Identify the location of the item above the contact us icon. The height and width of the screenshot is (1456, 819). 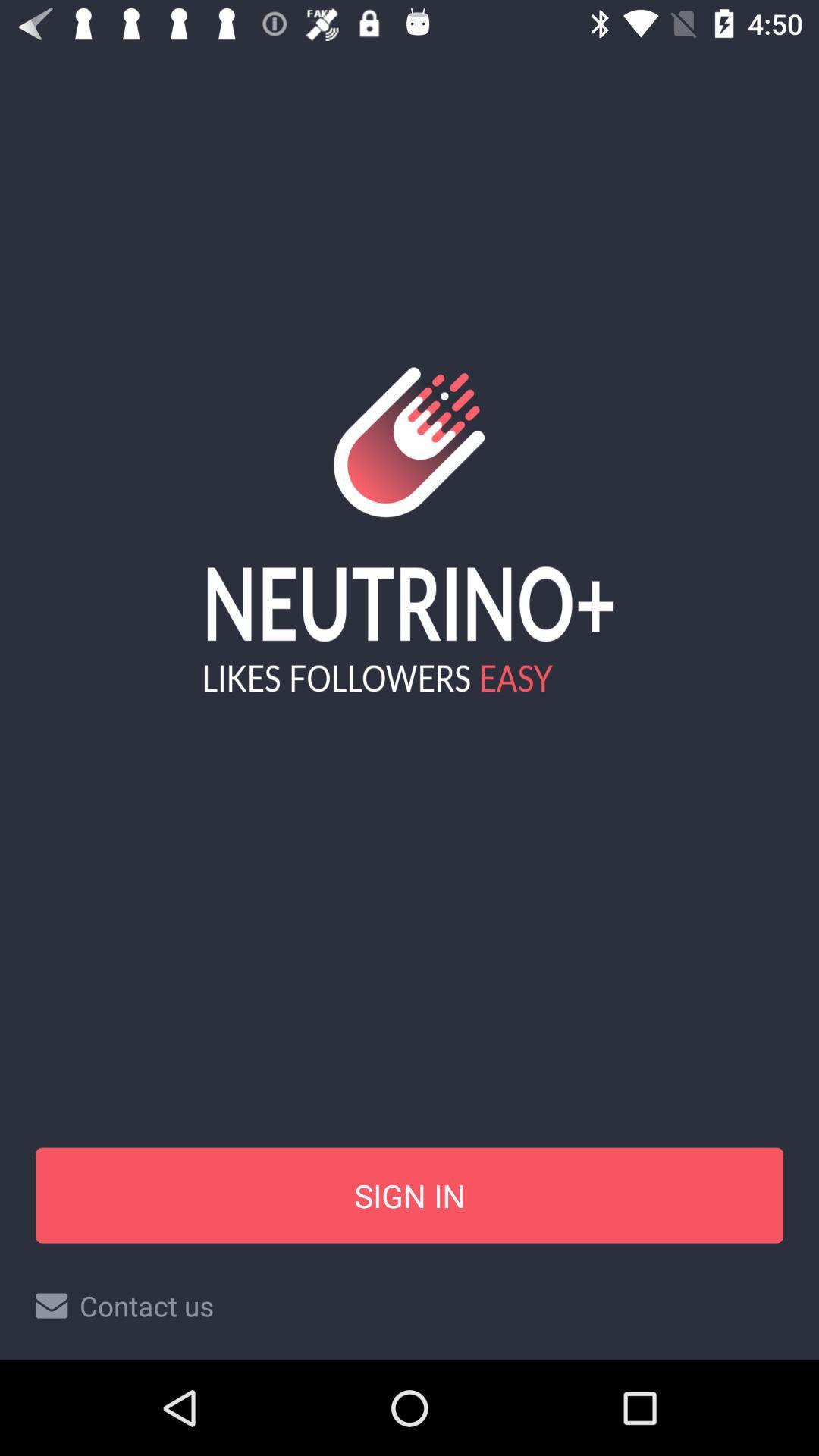
(409, 1194).